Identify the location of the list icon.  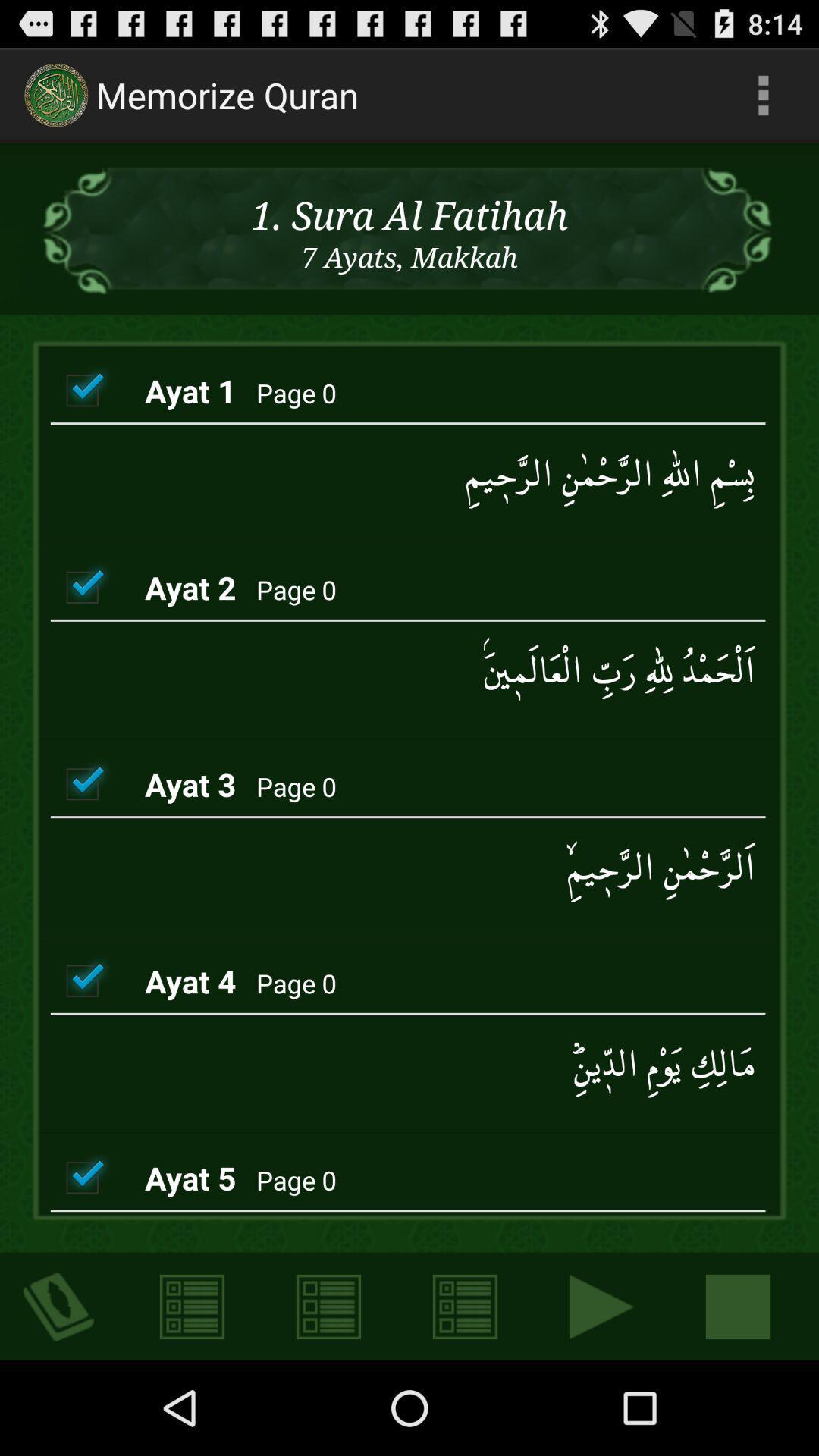
(191, 1398).